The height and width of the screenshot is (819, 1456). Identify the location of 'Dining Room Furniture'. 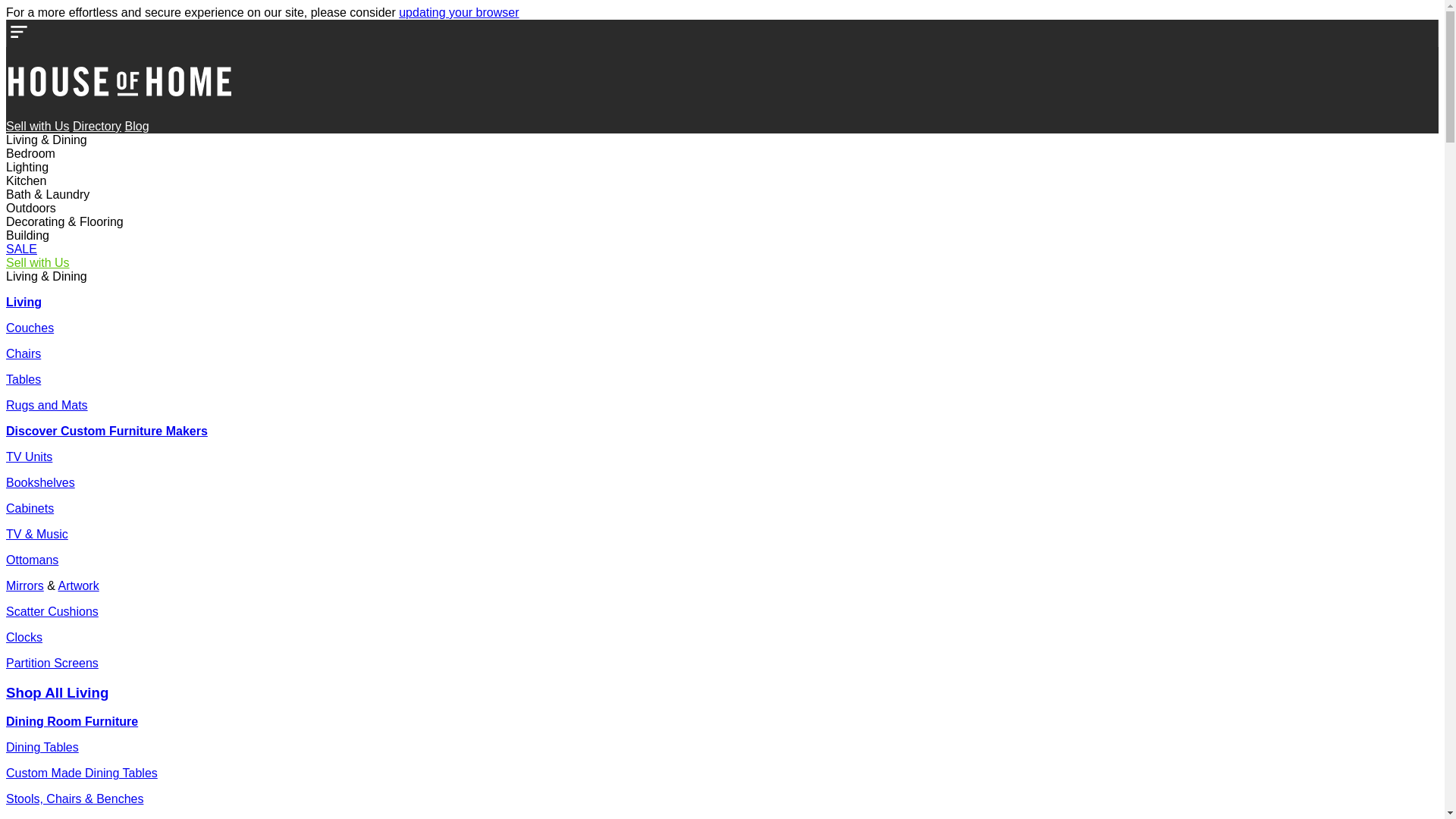
(6, 720).